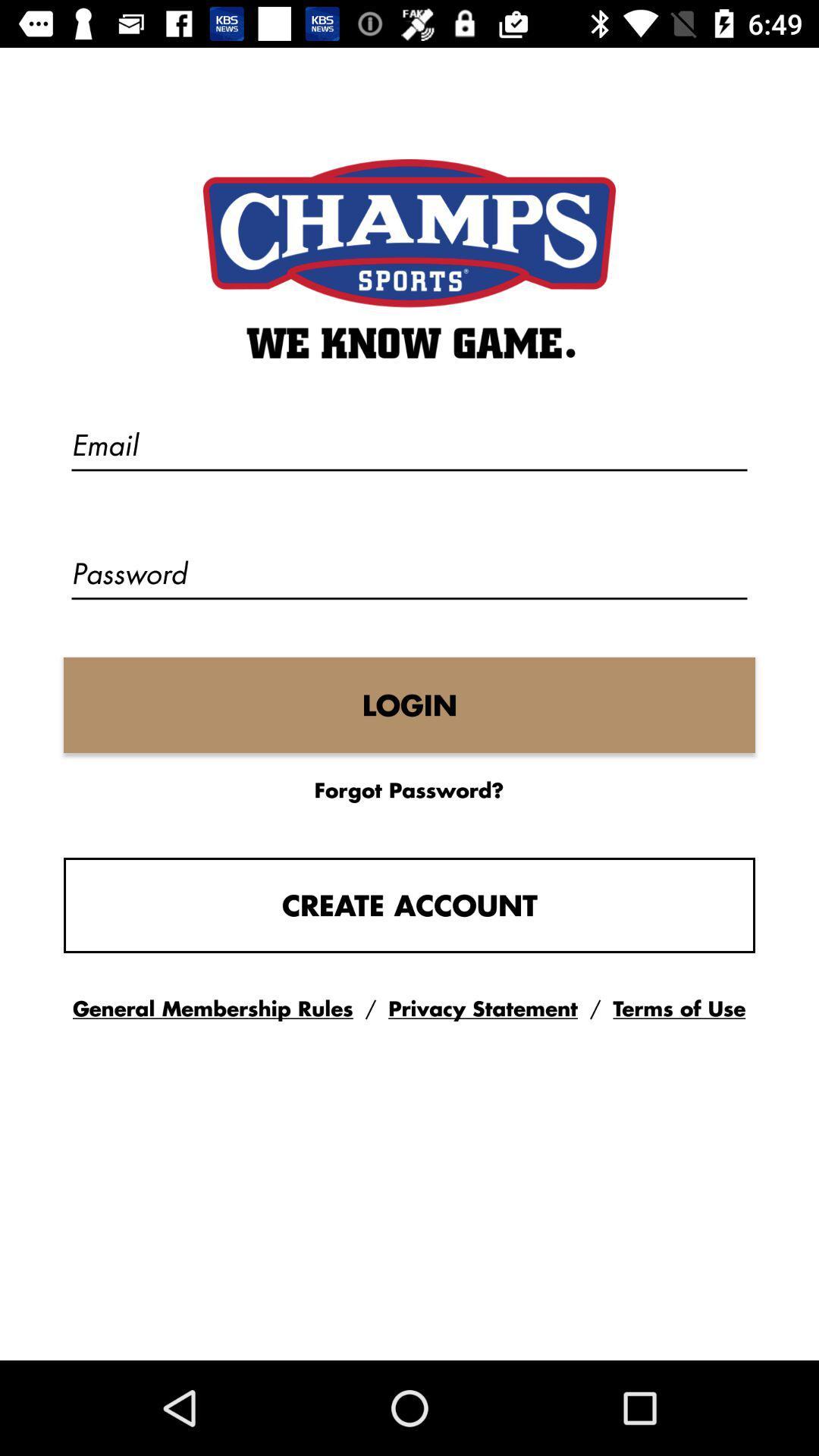 This screenshot has width=819, height=1456. I want to click on login button, so click(409, 704).